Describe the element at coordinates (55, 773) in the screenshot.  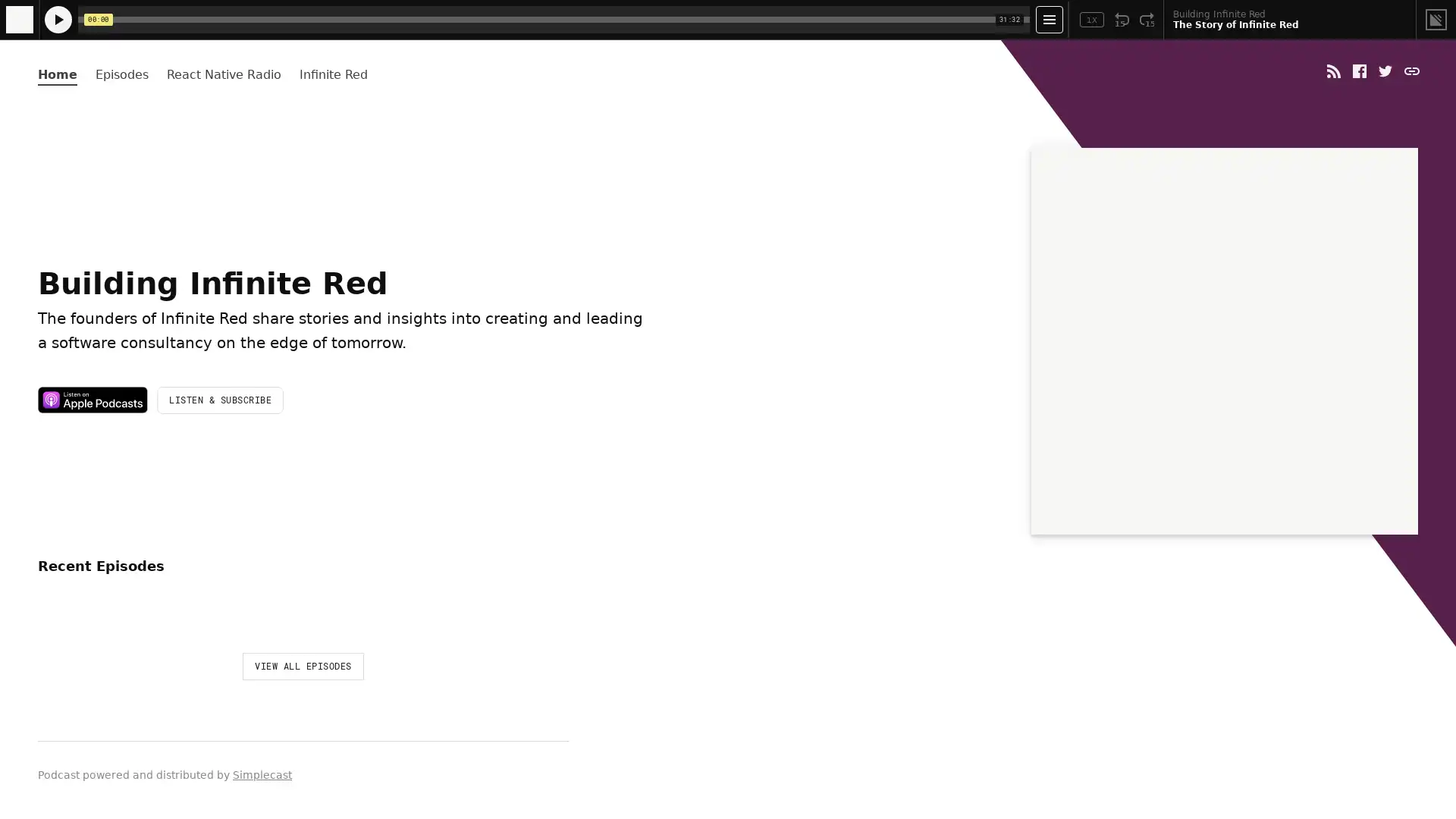
I see `Play` at that location.